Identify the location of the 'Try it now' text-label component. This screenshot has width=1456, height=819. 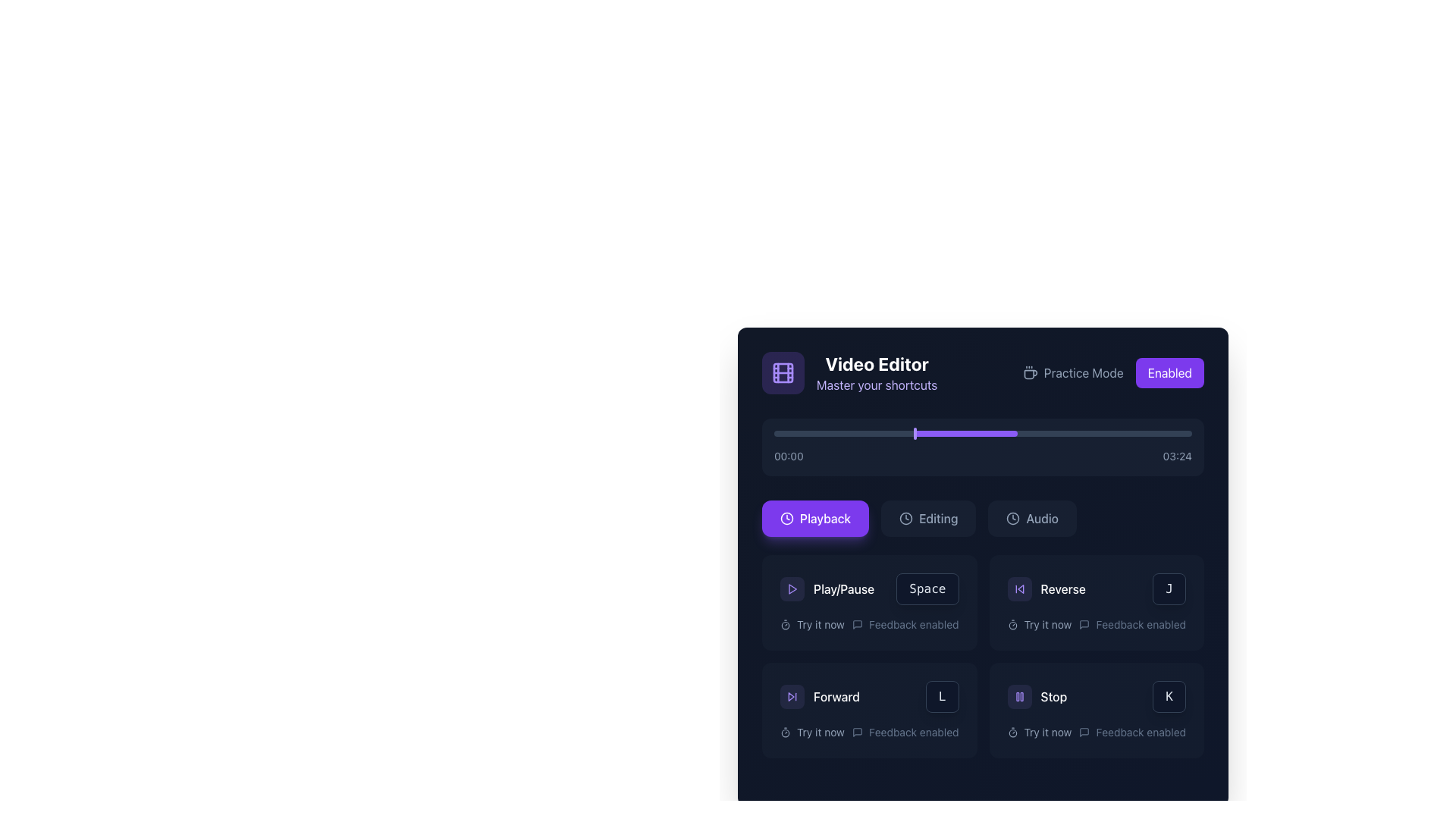
(1097, 731).